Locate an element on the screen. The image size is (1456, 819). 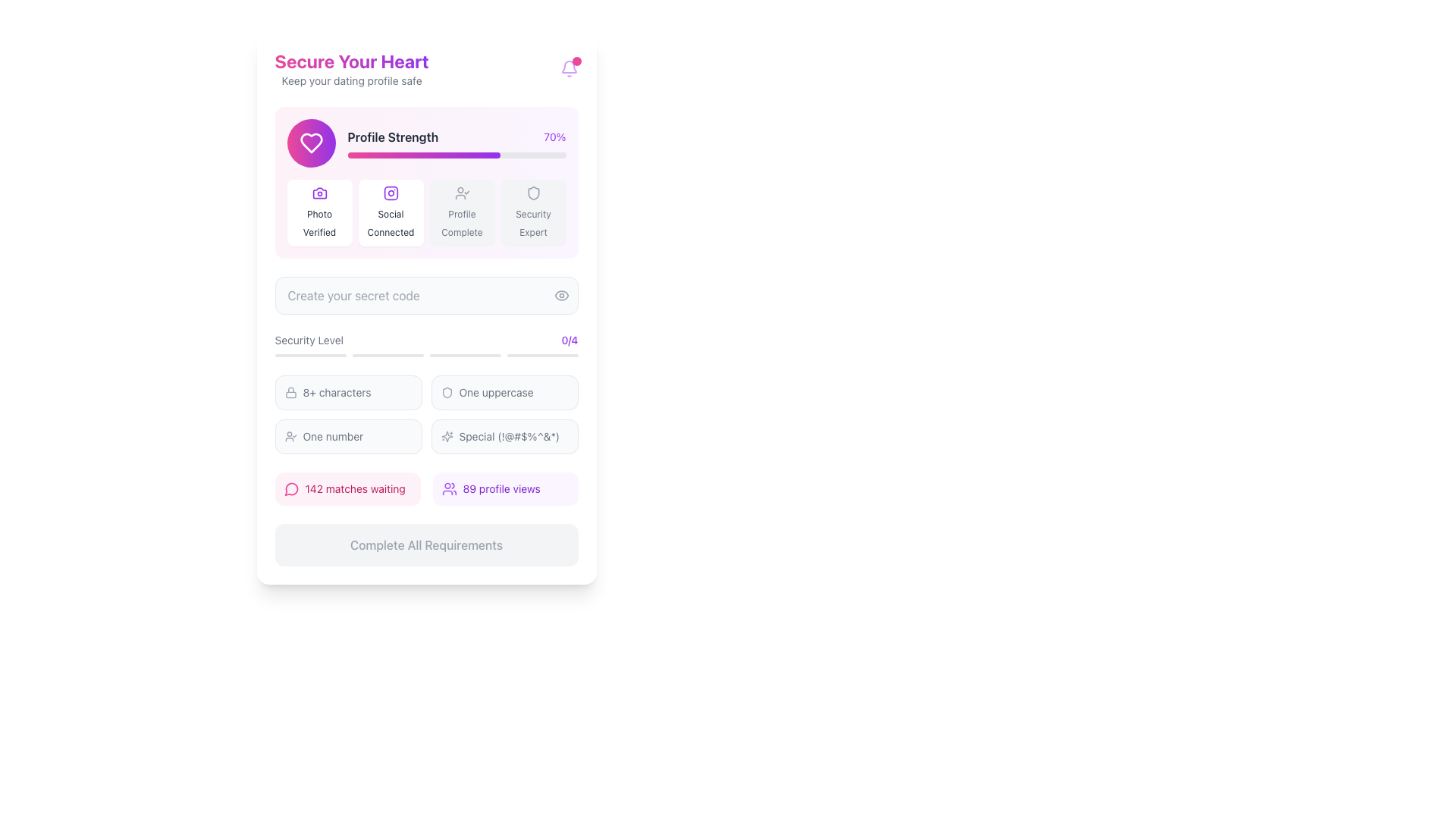
the Informational Button with a pink background and text reading '142 matches waiting' is located at coordinates (347, 488).